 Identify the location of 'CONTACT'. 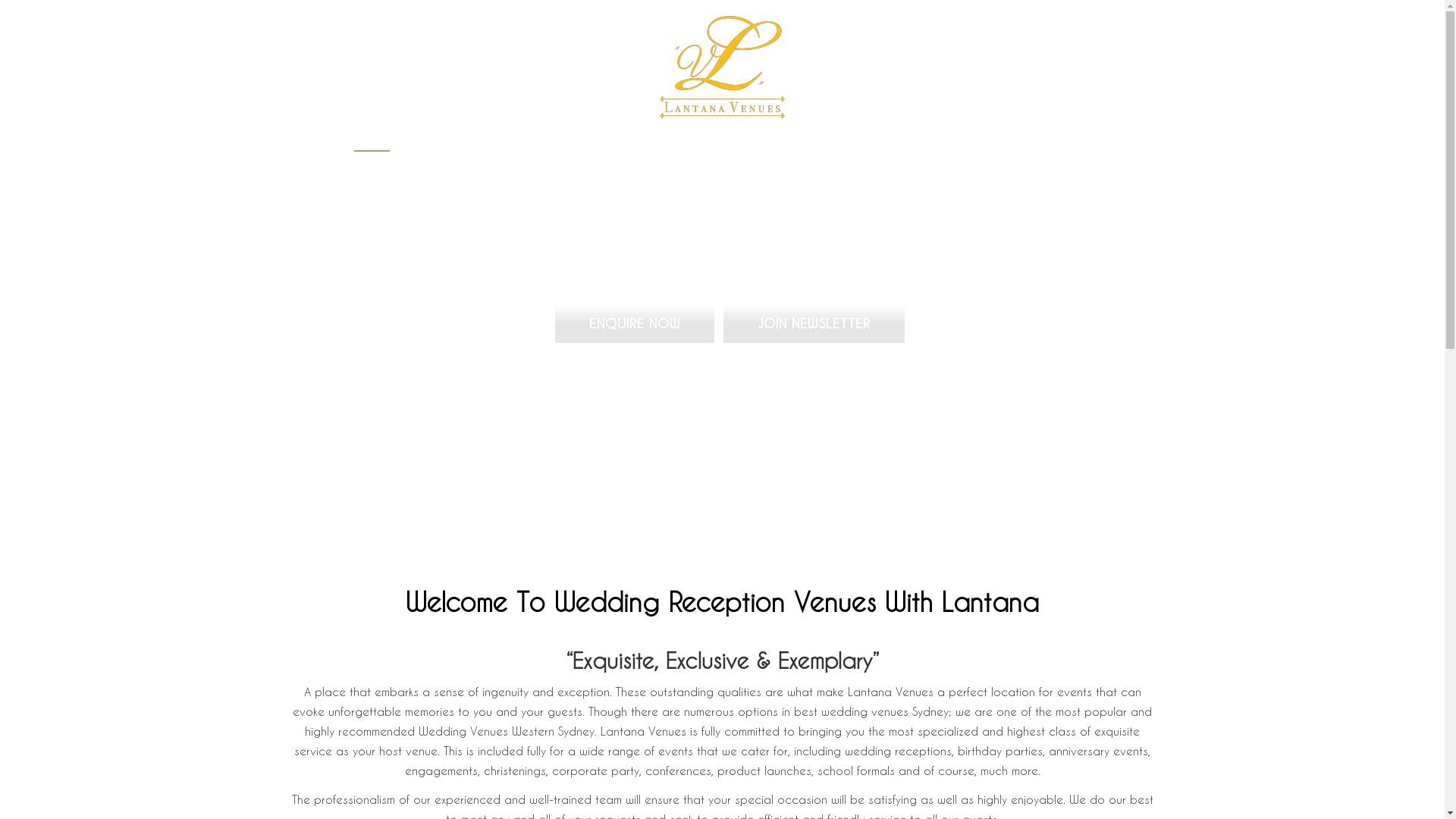
(1048, 143).